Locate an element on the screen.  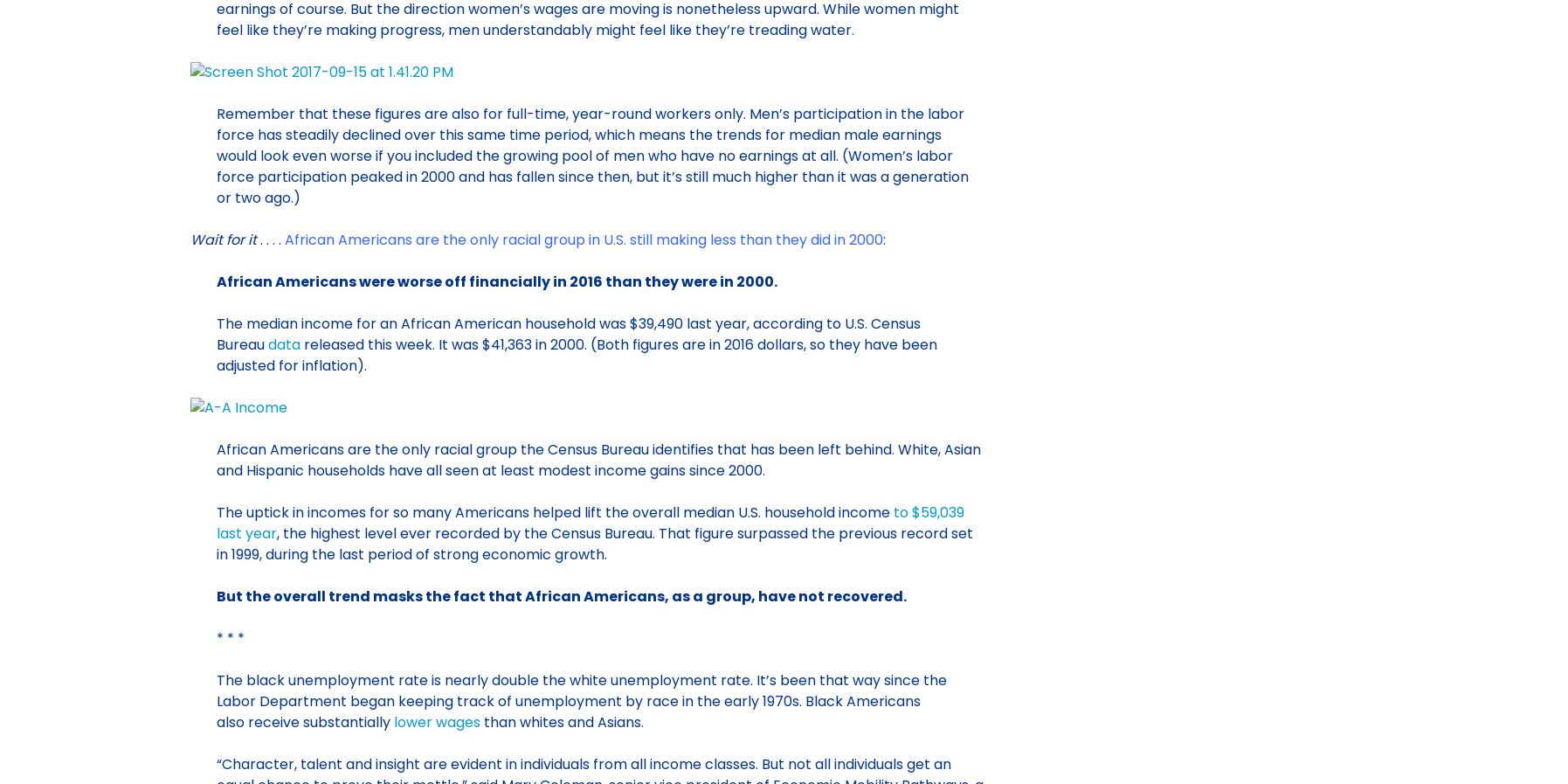
'. . . .' is located at coordinates (267, 238).